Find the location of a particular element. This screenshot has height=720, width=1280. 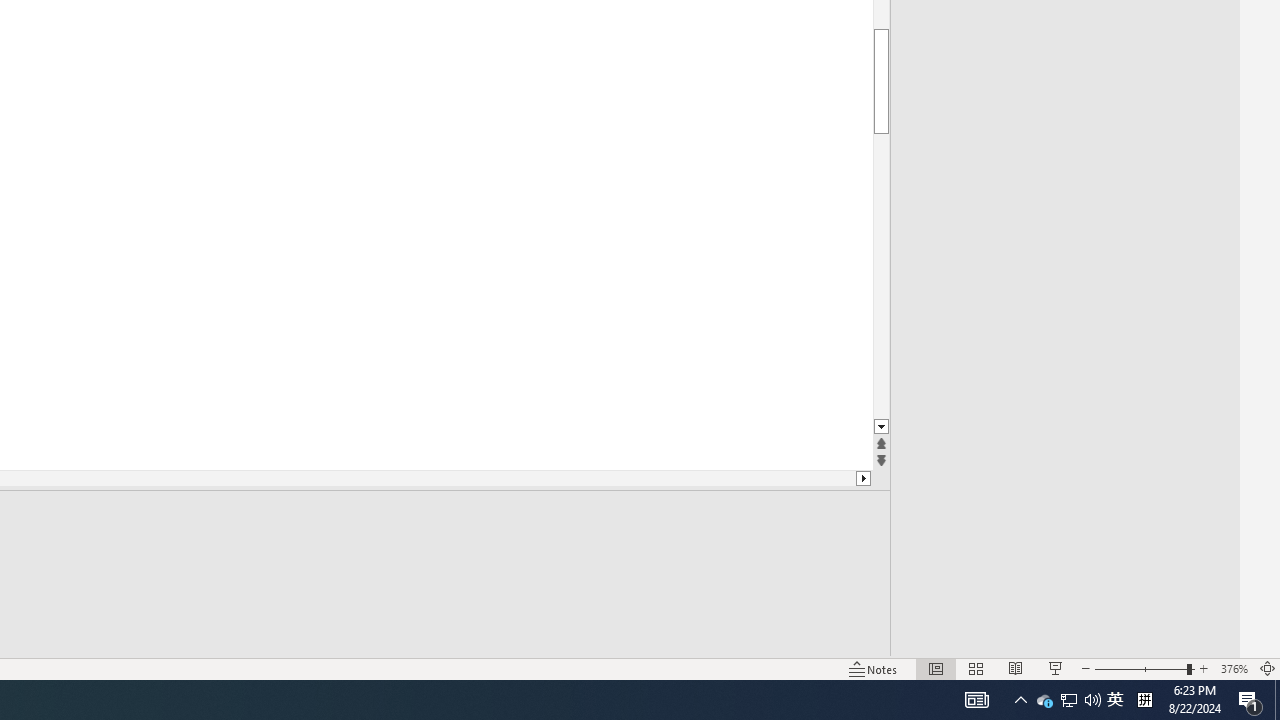

'Zoom 376%' is located at coordinates (1233, 669).